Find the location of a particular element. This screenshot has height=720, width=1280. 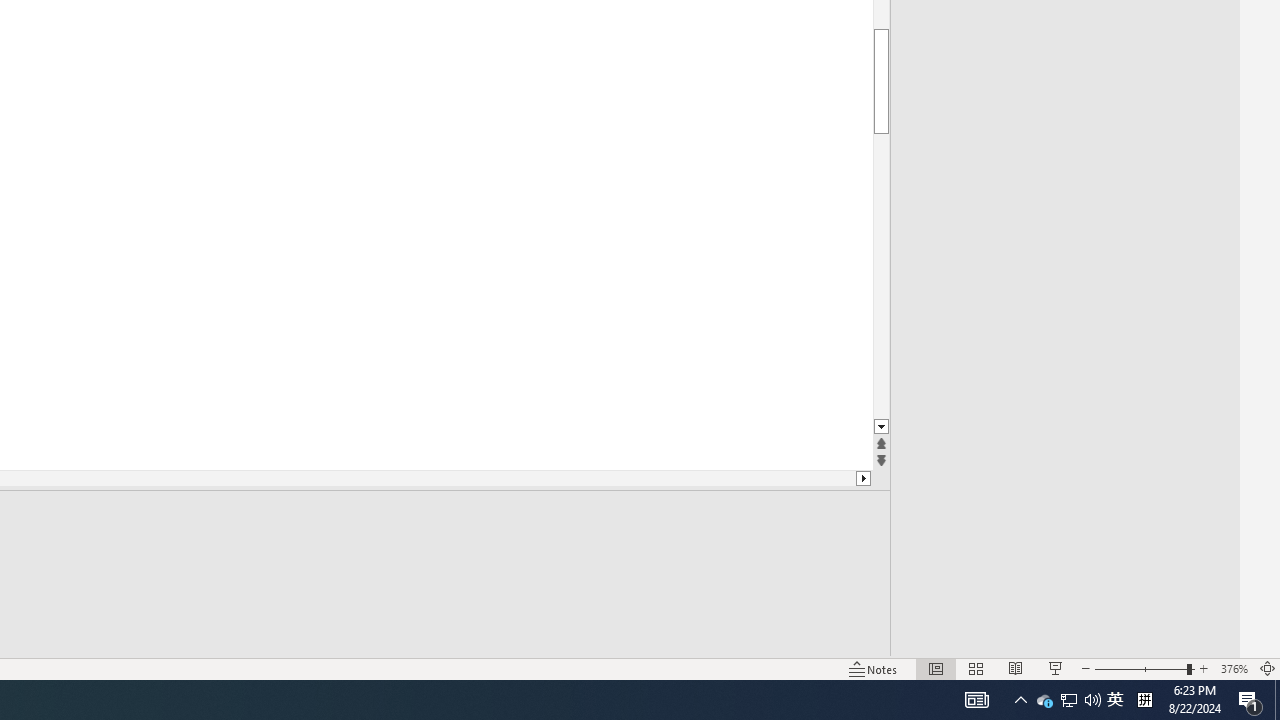

'Zoom 376%' is located at coordinates (1233, 669).